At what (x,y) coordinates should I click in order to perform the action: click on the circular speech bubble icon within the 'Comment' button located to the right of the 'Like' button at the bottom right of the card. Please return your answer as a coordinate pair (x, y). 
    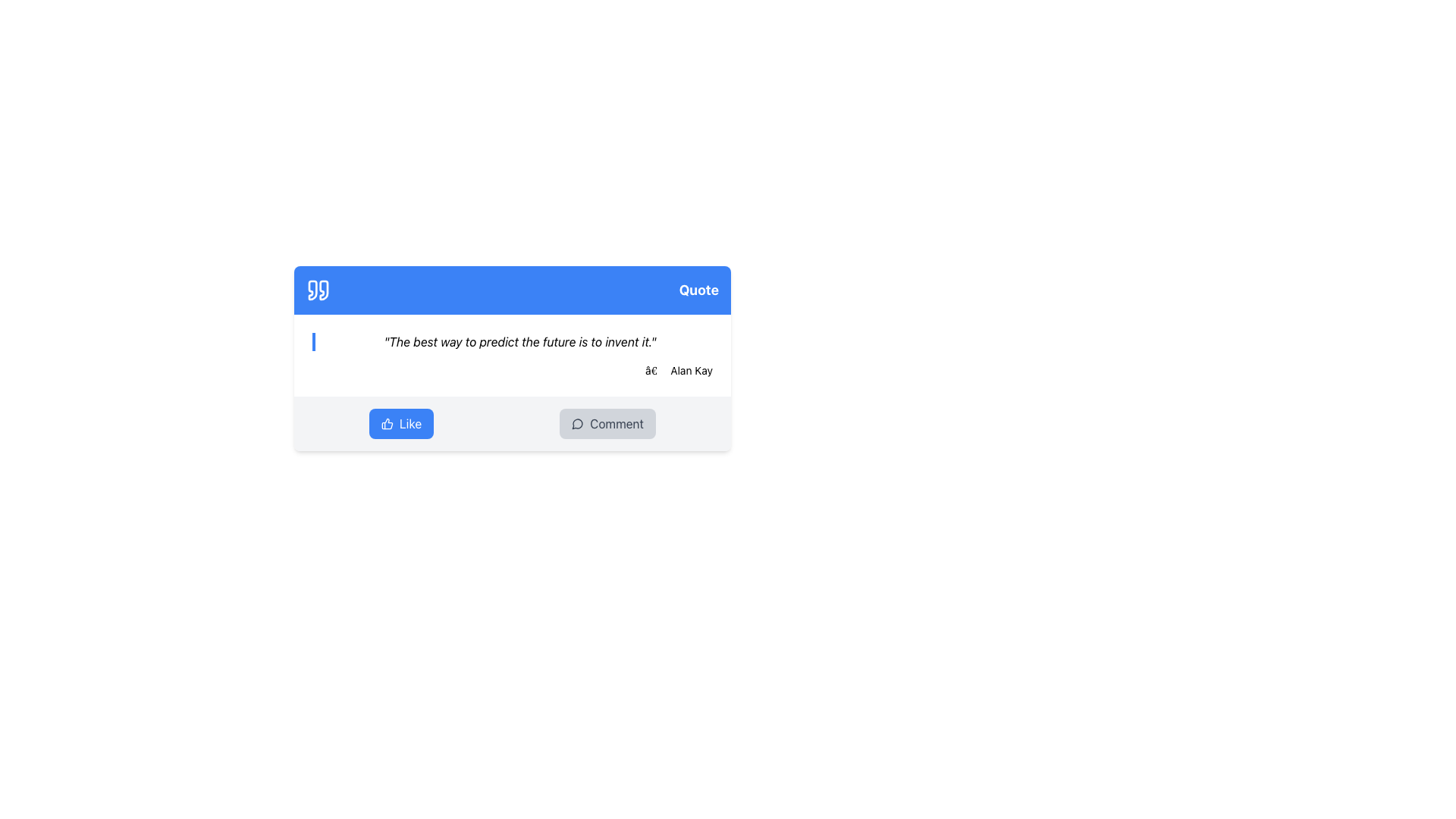
    Looking at the image, I should click on (577, 424).